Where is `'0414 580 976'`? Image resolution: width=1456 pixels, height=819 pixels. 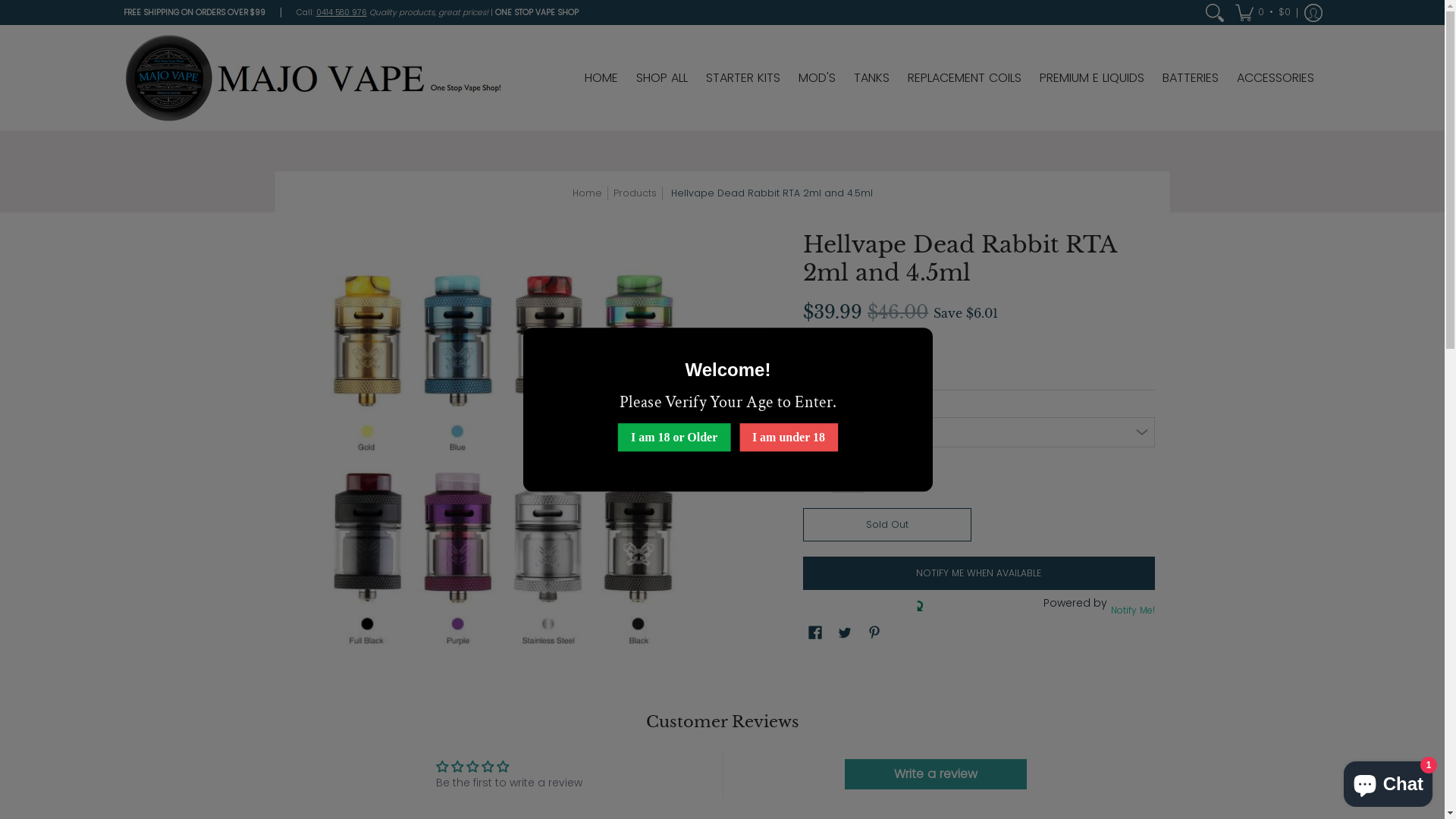
'0414 580 976' is located at coordinates (315, 12).